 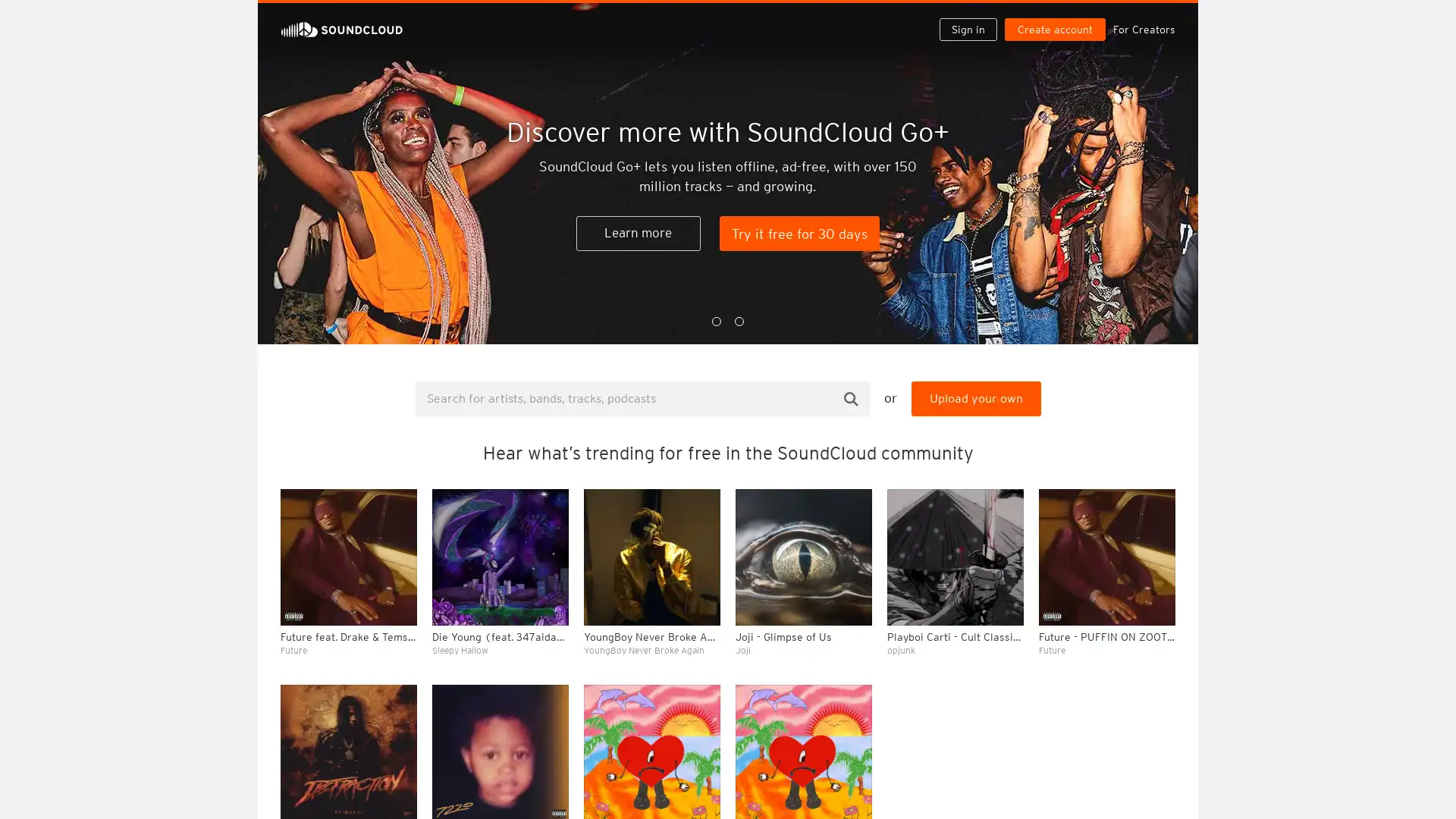 What do you see at coordinates (974, 17) in the screenshot?
I see `Sign in` at bounding box center [974, 17].